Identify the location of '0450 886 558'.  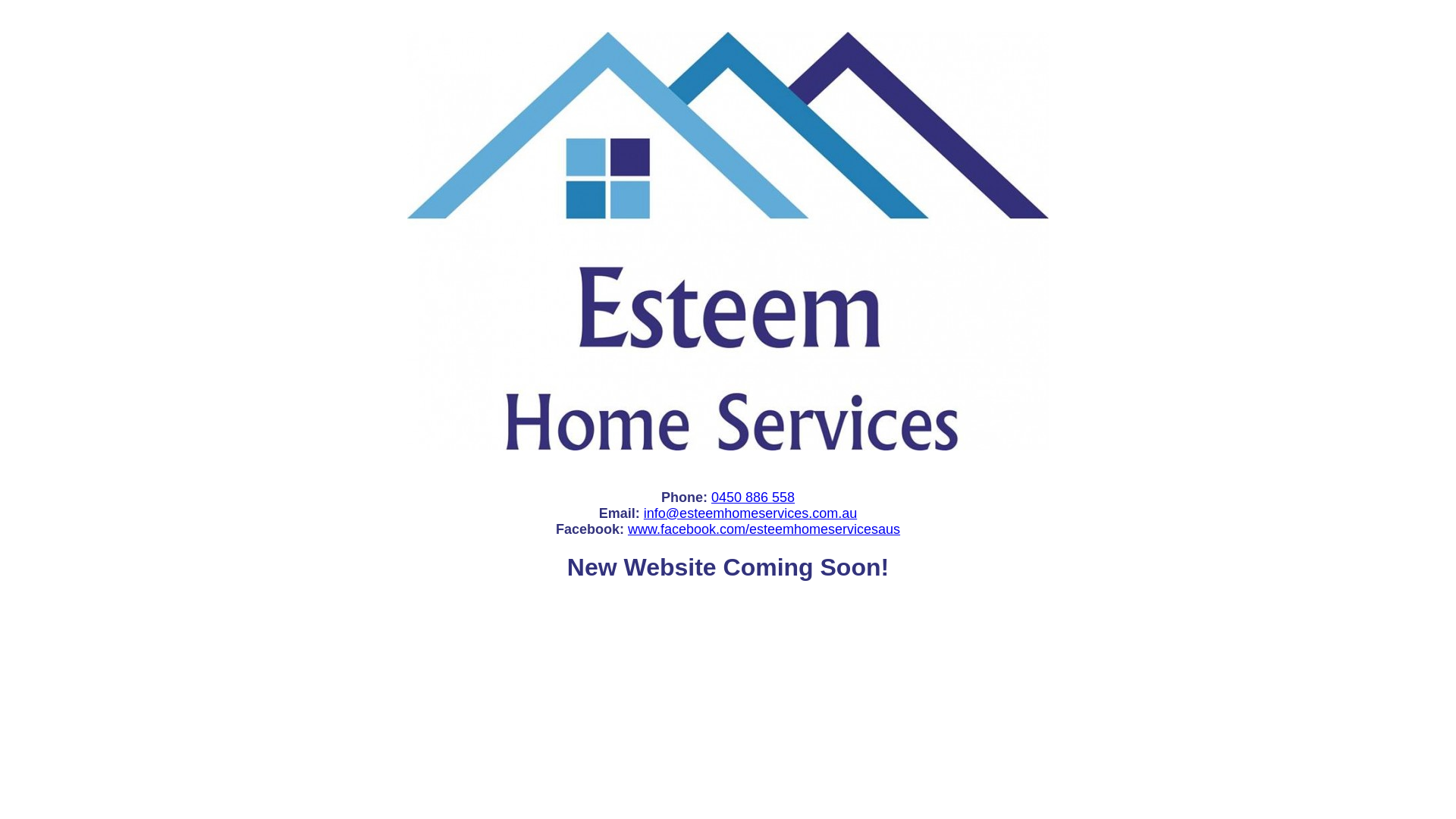
(710, 497).